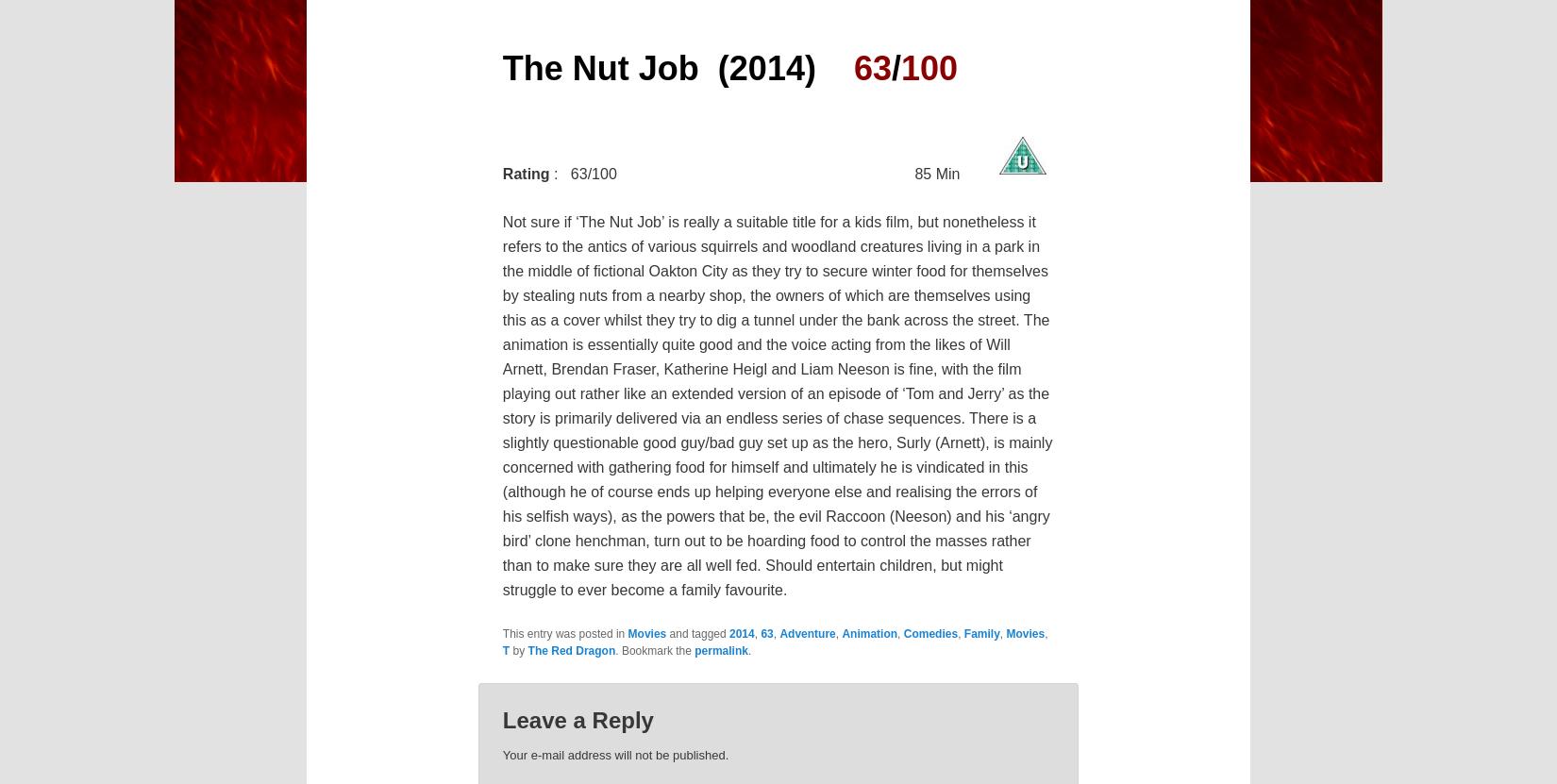 This screenshot has height=784, width=1557. What do you see at coordinates (930, 634) in the screenshot?
I see `'Comedies'` at bounding box center [930, 634].